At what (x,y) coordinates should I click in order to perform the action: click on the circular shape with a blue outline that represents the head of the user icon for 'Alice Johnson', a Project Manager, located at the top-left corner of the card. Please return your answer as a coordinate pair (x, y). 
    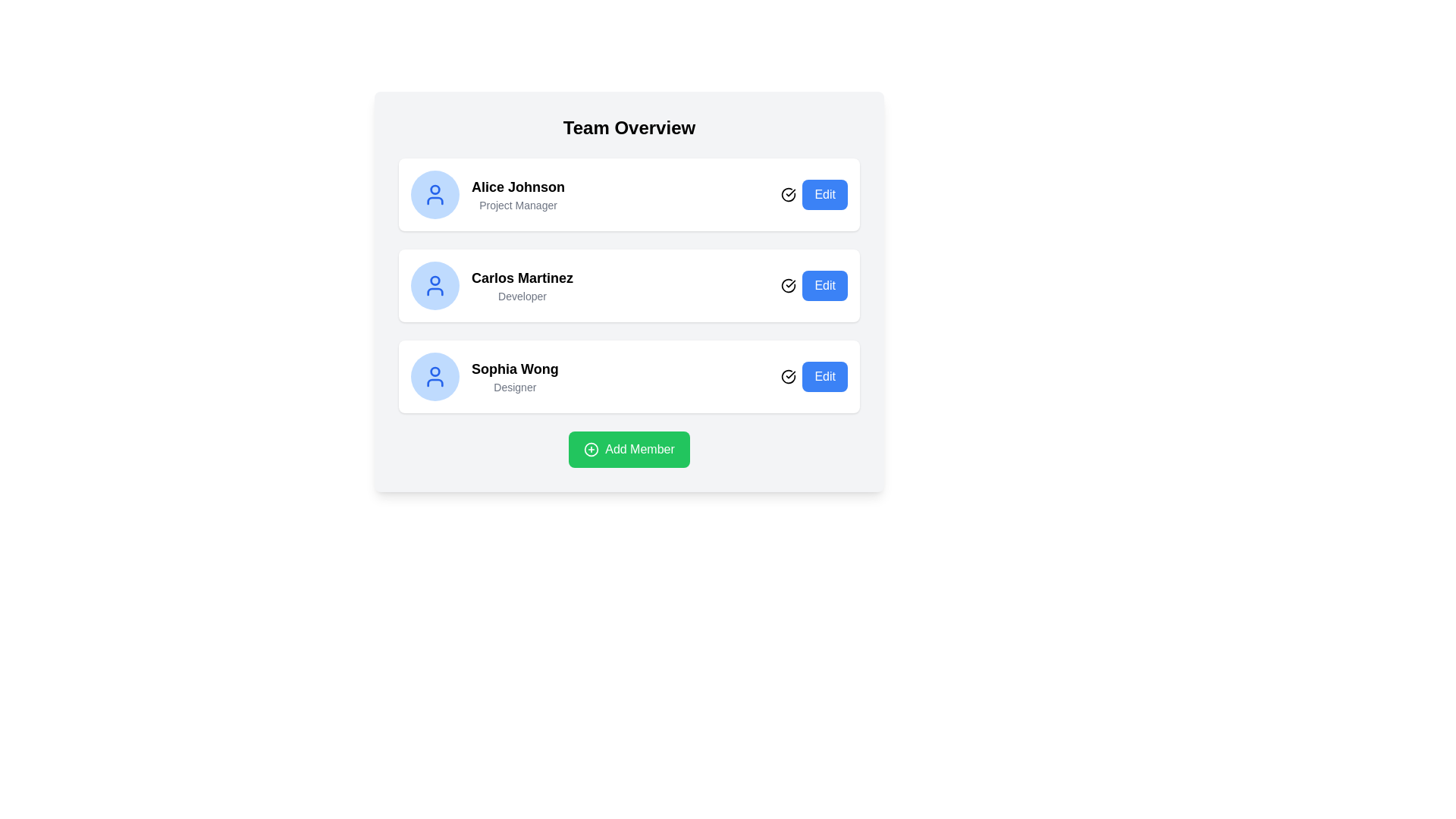
    Looking at the image, I should click on (435, 189).